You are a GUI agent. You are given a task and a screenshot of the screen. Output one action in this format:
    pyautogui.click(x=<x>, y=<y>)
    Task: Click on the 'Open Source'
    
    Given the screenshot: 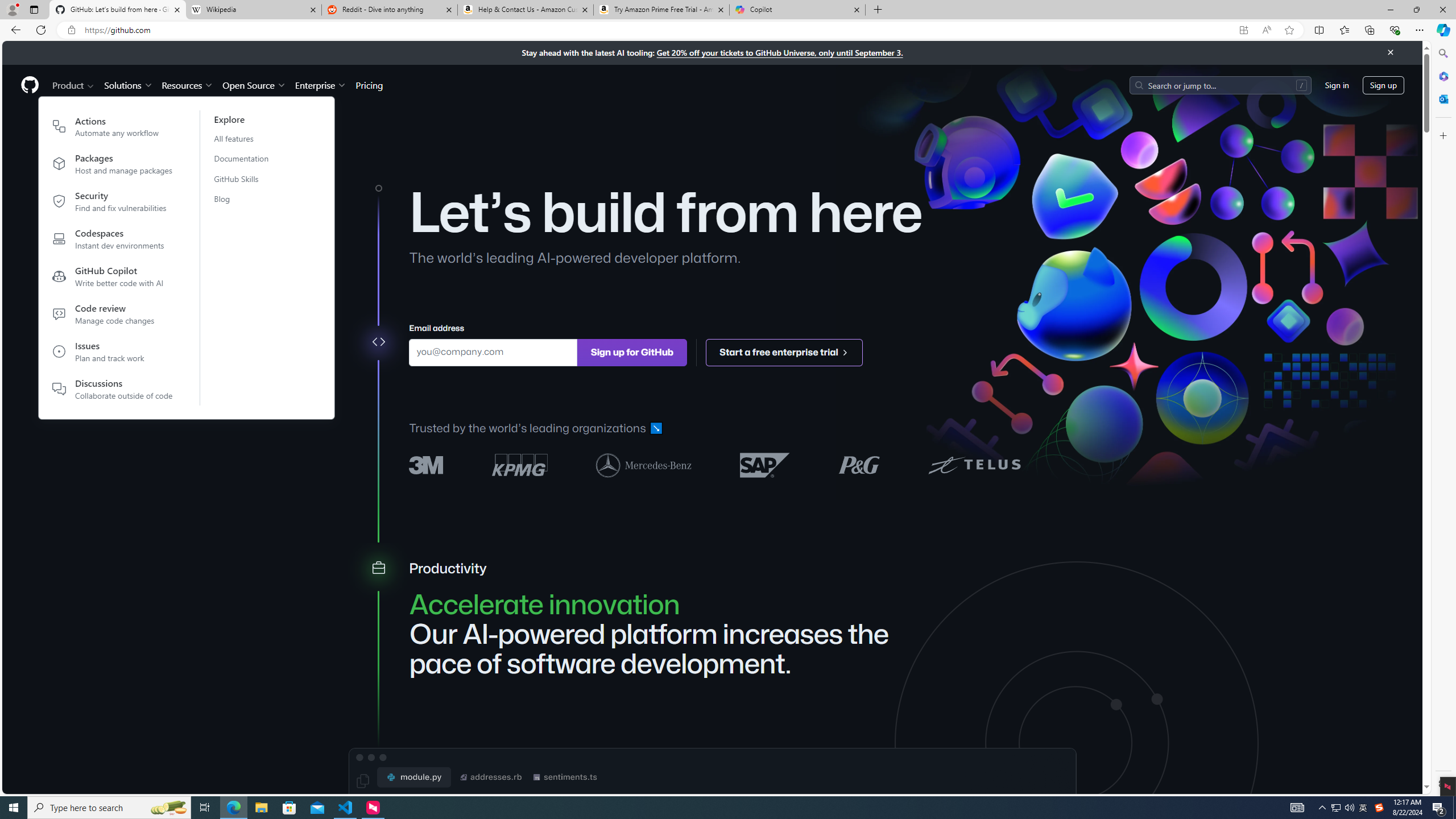 What is the action you would take?
    pyautogui.click(x=255, y=85)
    